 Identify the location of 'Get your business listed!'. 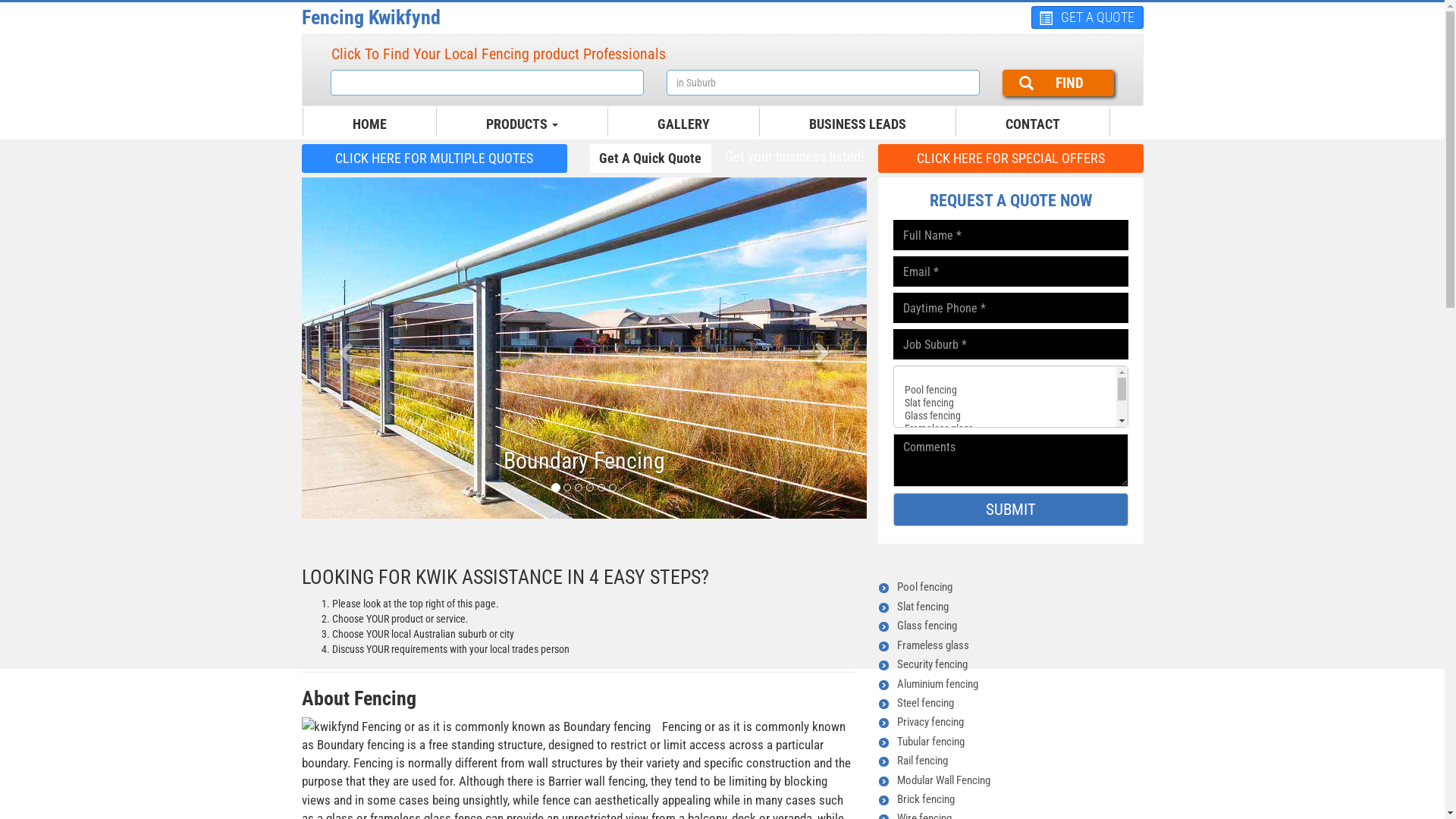
(720, 157).